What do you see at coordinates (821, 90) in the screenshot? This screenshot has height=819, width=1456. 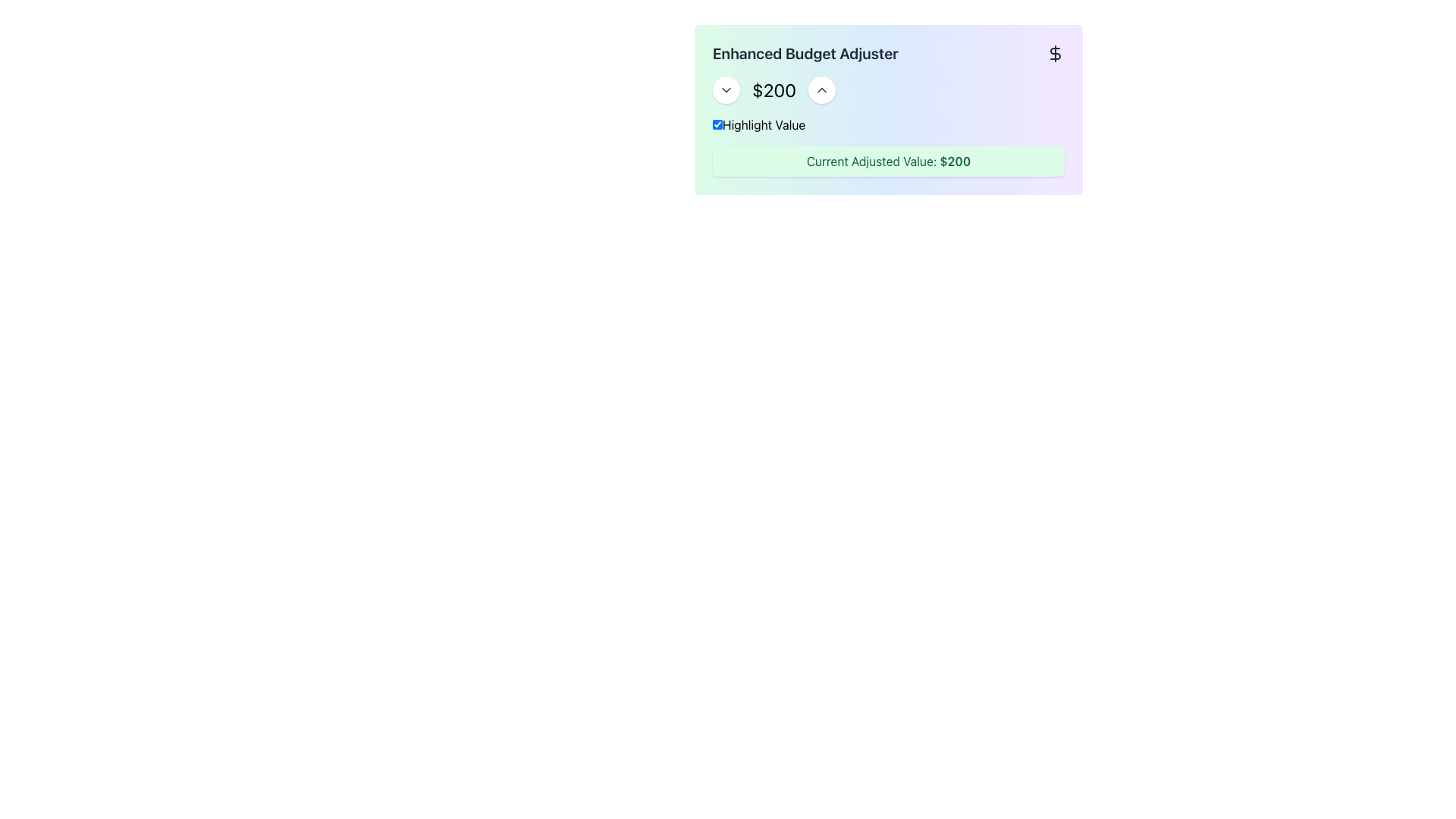 I see `the increment button located to the right of the '$200' text label` at bounding box center [821, 90].